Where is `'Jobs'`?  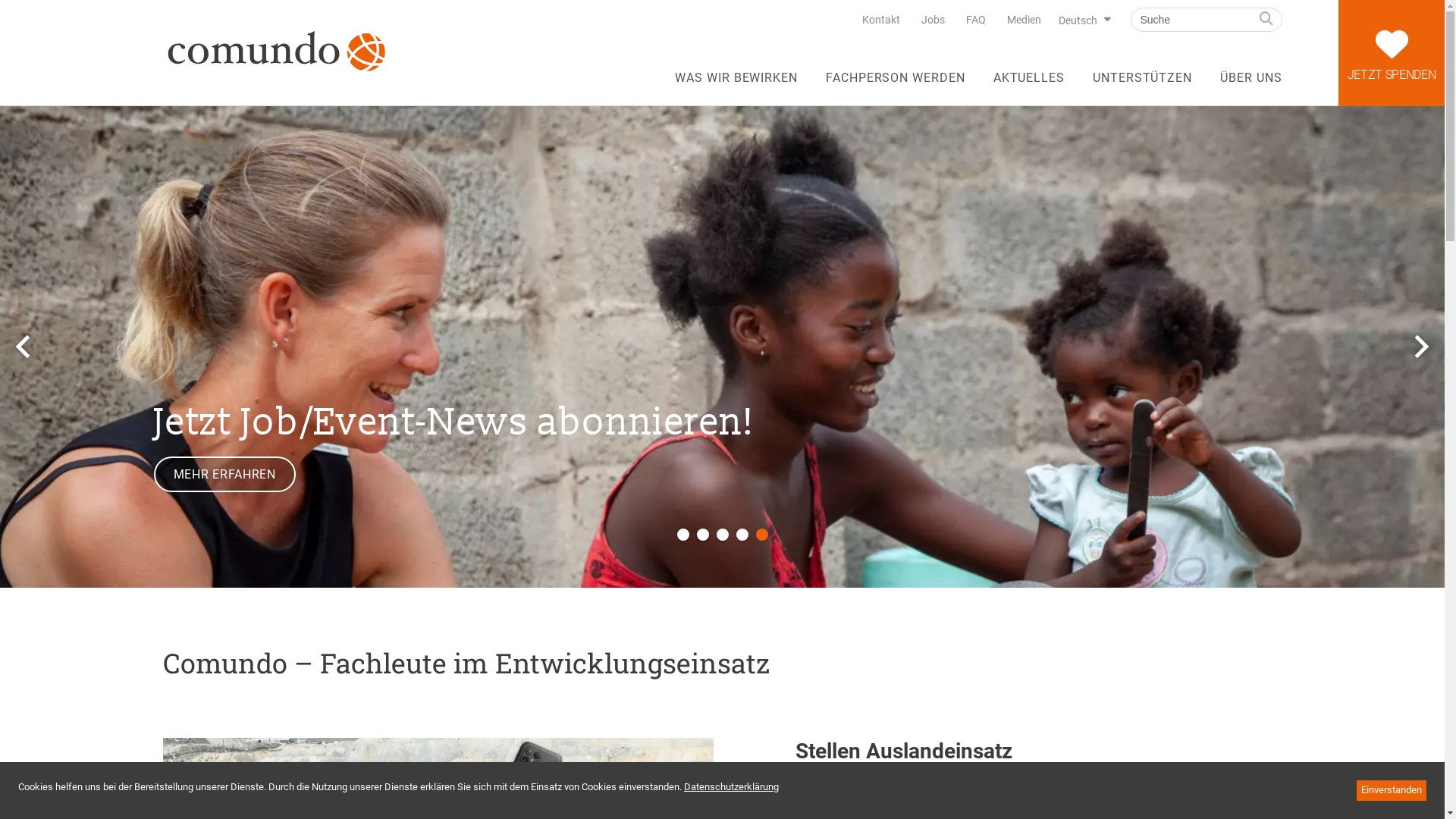
'Jobs' is located at coordinates (931, 20).